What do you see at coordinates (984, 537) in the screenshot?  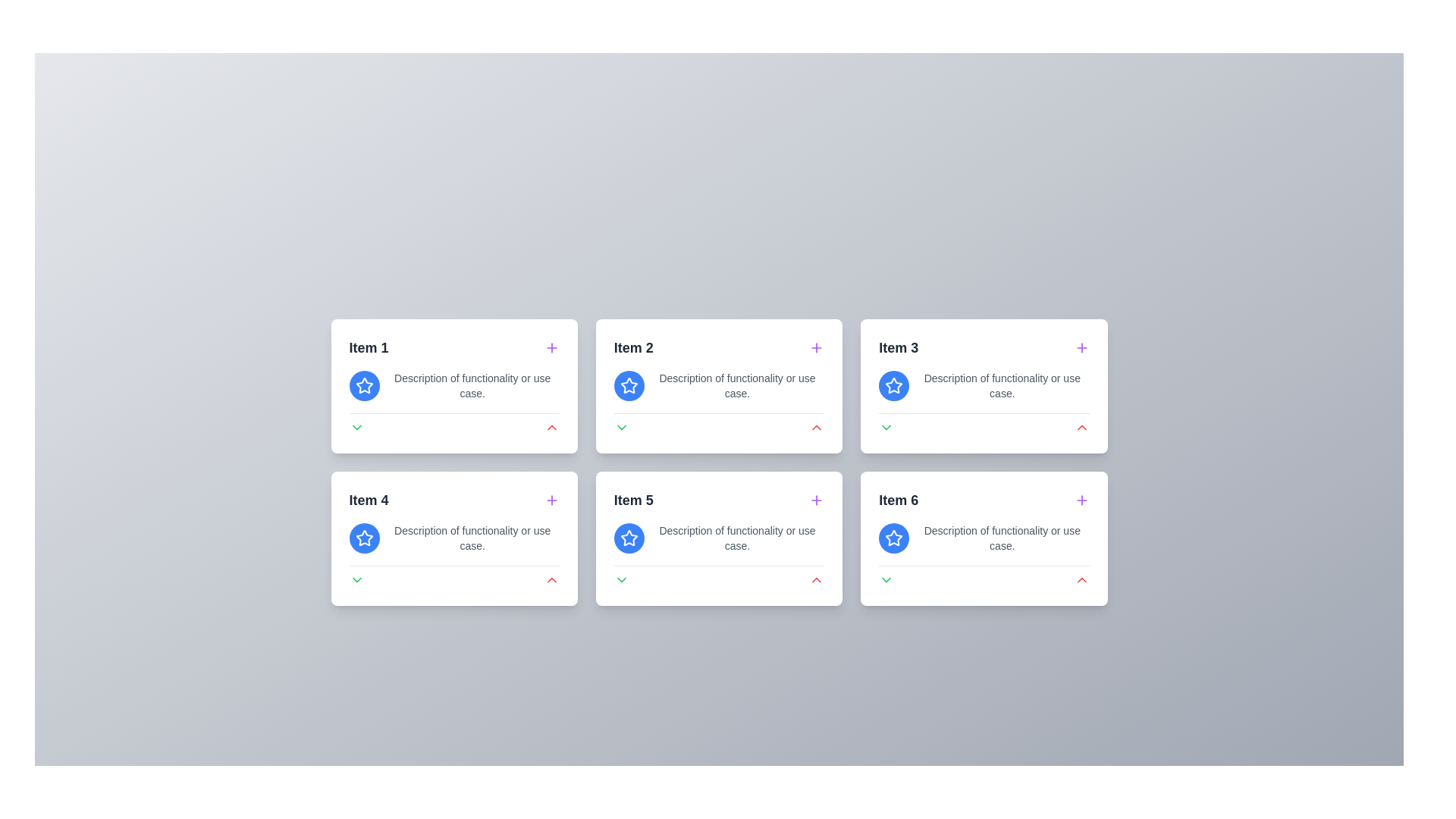 I see `the static text displaying 'Description of functionality or use case' with a blue circular icon featuring a white star, located in the 'Item 6' section of the bottom-right card` at bounding box center [984, 537].